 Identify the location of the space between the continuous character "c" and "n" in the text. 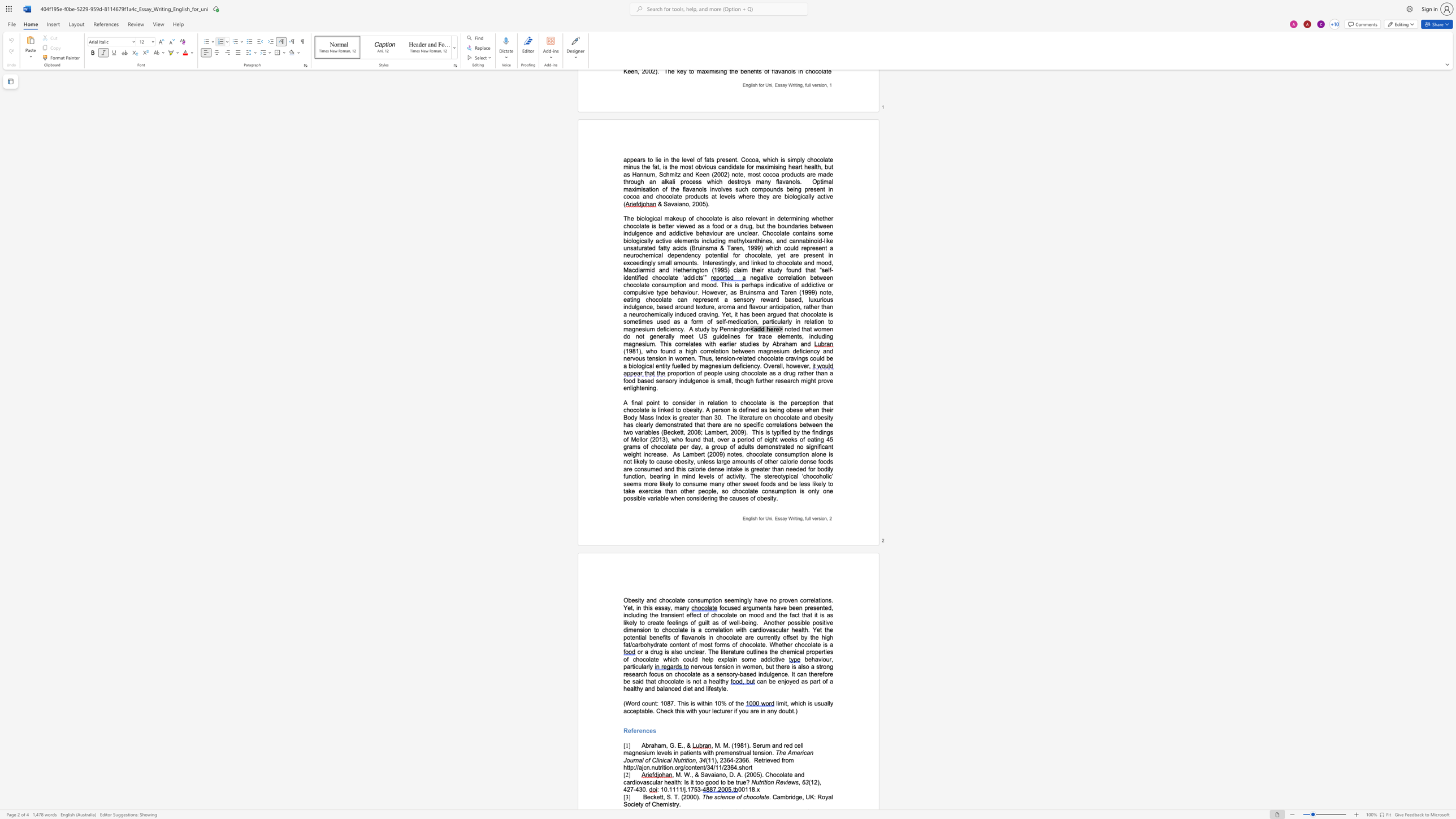
(645, 768).